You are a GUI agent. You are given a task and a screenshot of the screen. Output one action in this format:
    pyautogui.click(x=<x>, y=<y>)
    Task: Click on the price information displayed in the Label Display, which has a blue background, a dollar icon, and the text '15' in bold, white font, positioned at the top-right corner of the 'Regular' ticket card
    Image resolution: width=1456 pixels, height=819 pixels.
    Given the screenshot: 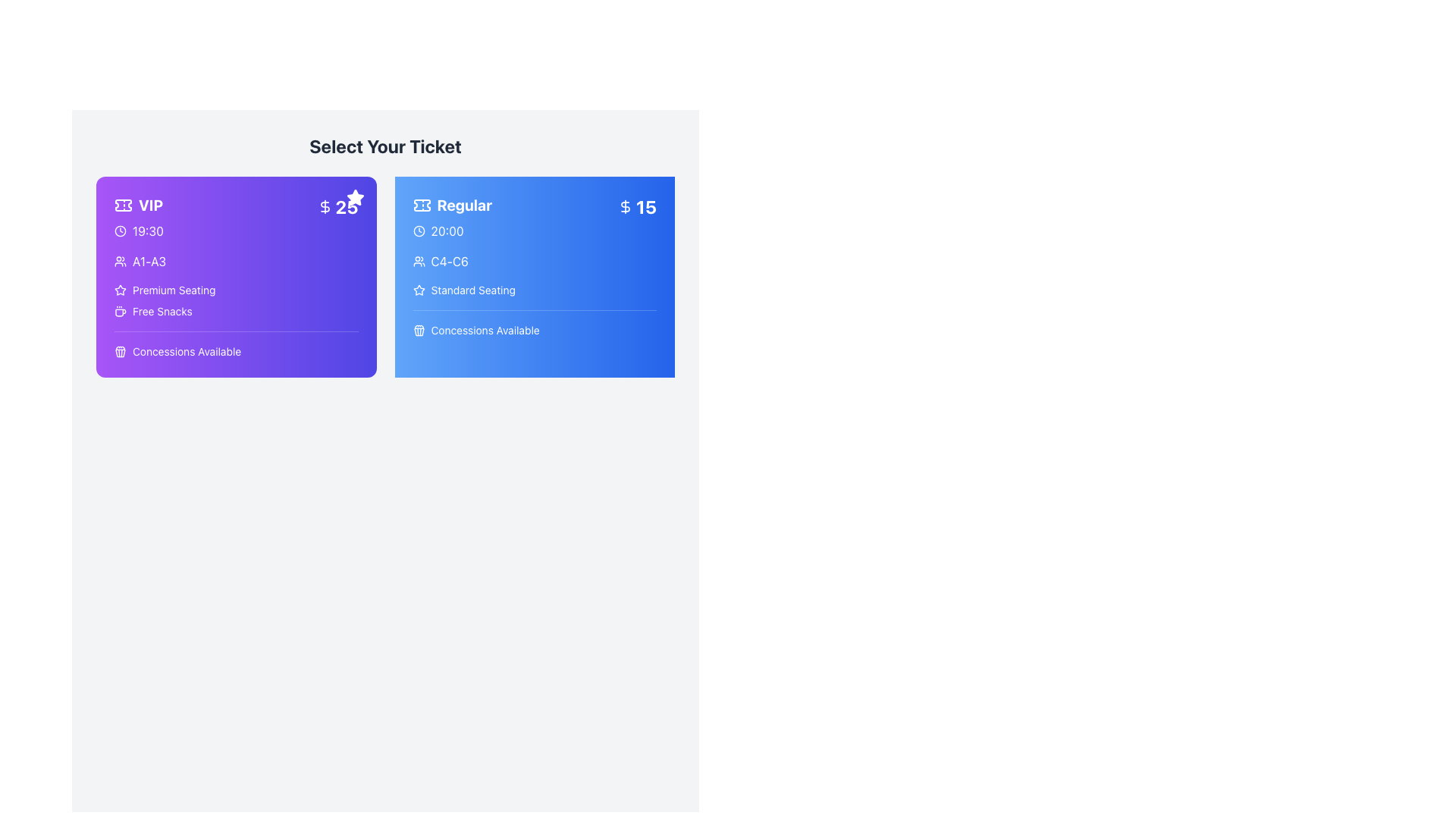 What is the action you would take?
    pyautogui.click(x=637, y=207)
    